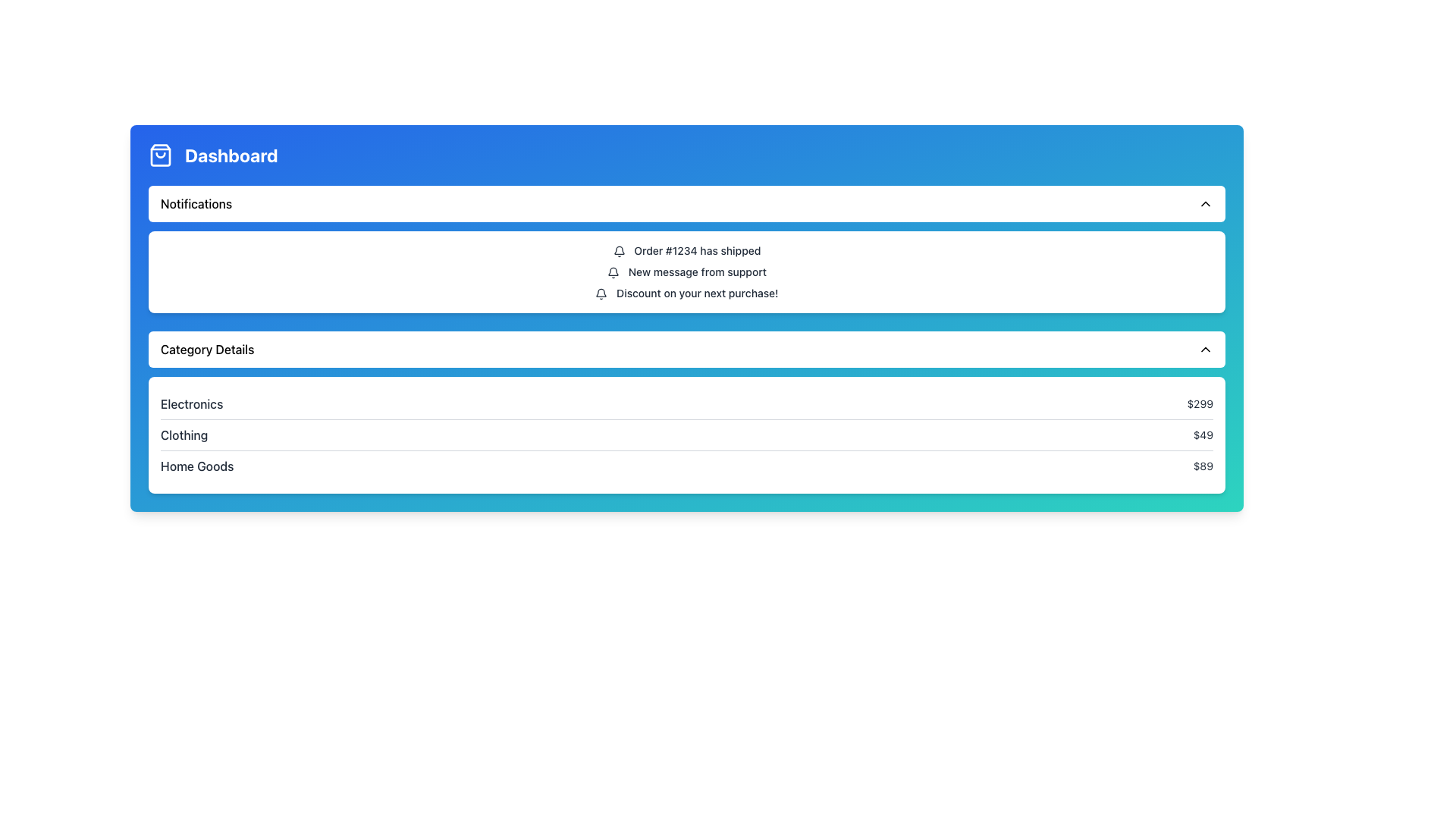 This screenshot has width=1456, height=819. What do you see at coordinates (184, 435) in the screenshot?
I see `the 'Clothing' text label in the 'Category Details' section, which is dark-colored and medium-sized, located towards the left end of the row` at bounding box center [184, 435].